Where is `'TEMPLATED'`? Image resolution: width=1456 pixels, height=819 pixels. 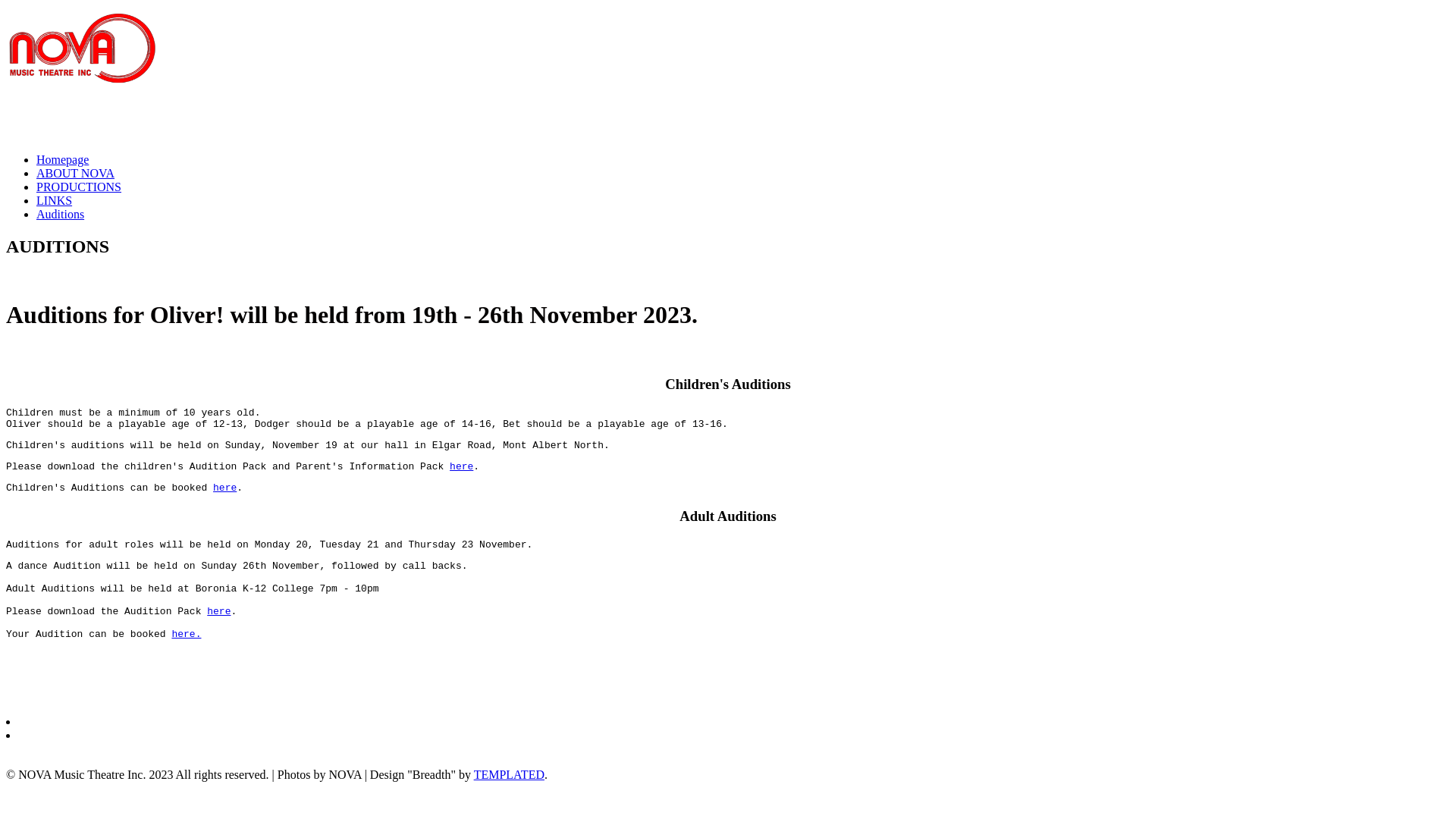
'TEMPLATED' is located at coordinates (472, 774).